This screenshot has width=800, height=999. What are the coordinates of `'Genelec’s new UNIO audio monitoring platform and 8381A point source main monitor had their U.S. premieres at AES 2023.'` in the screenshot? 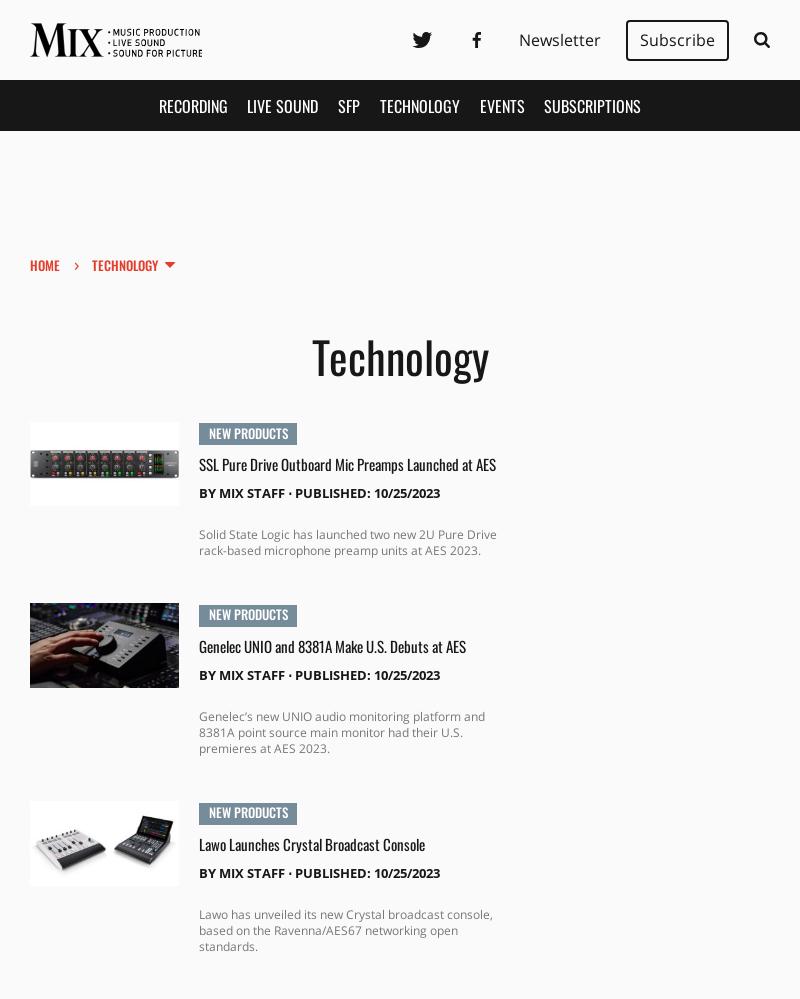 It's located at (341, 730).